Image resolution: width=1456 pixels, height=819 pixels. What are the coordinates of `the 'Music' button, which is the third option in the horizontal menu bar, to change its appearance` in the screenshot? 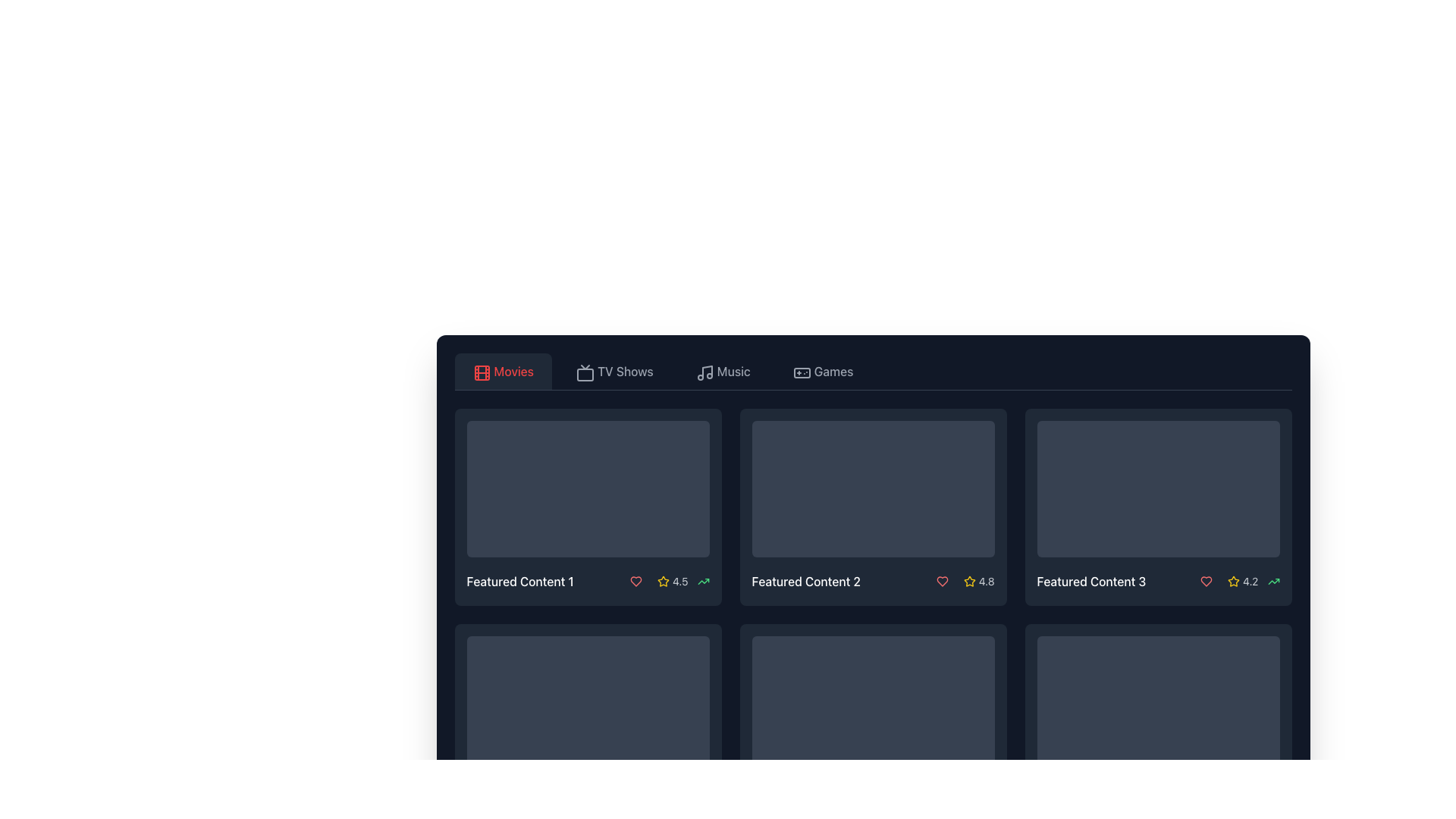 It's located at (722, 371).